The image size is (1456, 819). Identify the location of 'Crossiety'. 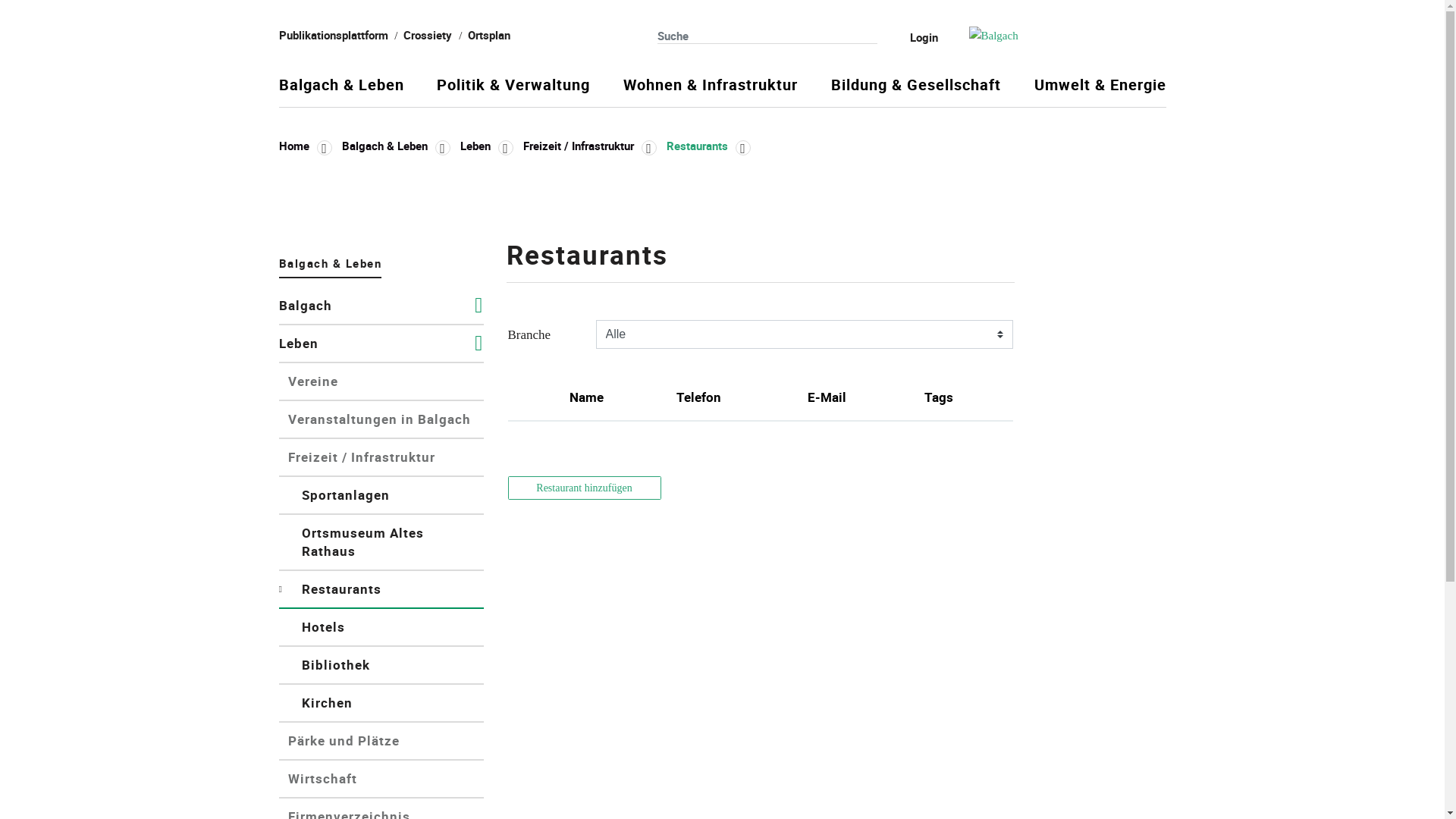
(427, 34).